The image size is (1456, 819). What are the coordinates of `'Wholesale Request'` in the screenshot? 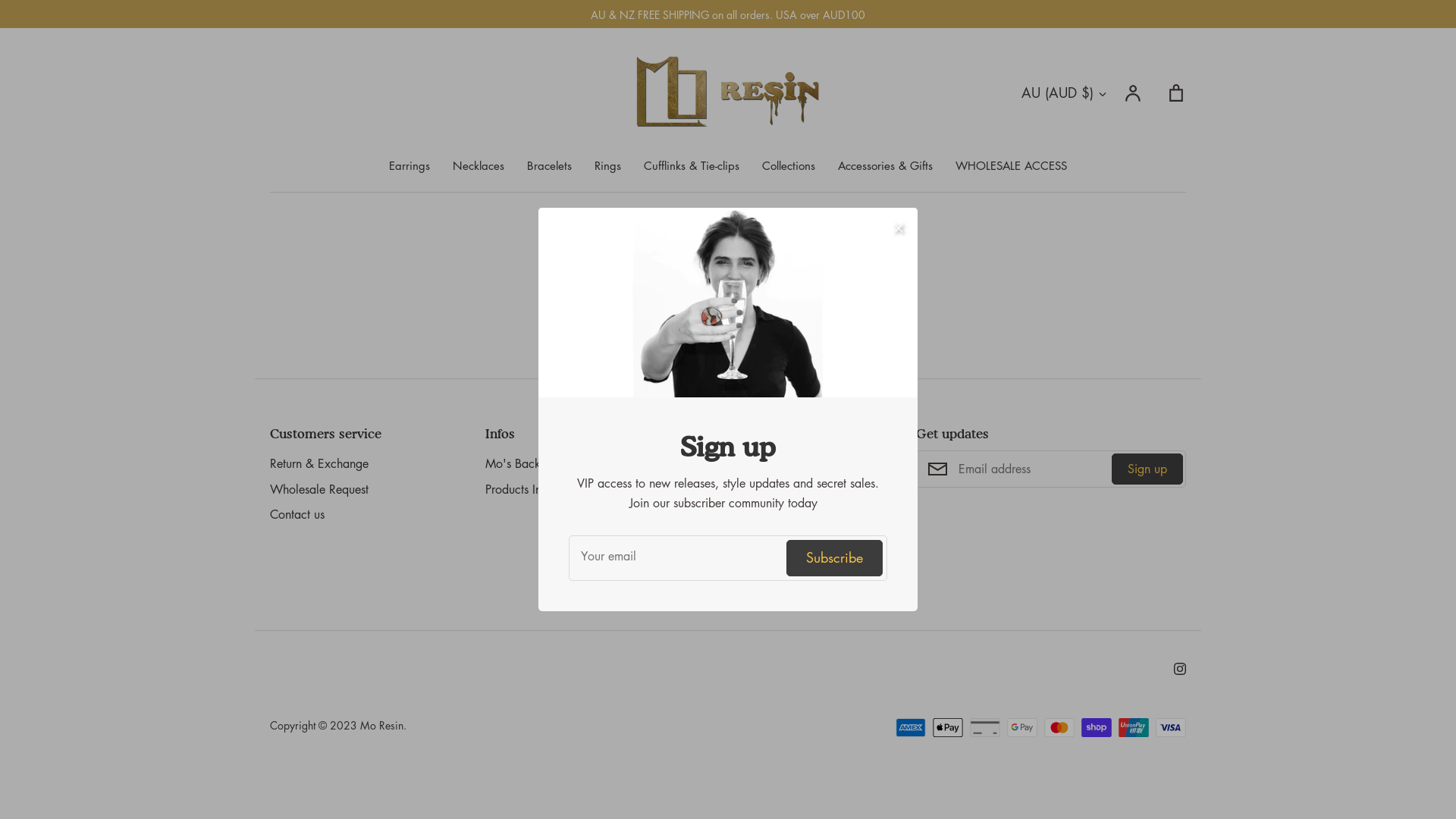 It's located at (269, 489).